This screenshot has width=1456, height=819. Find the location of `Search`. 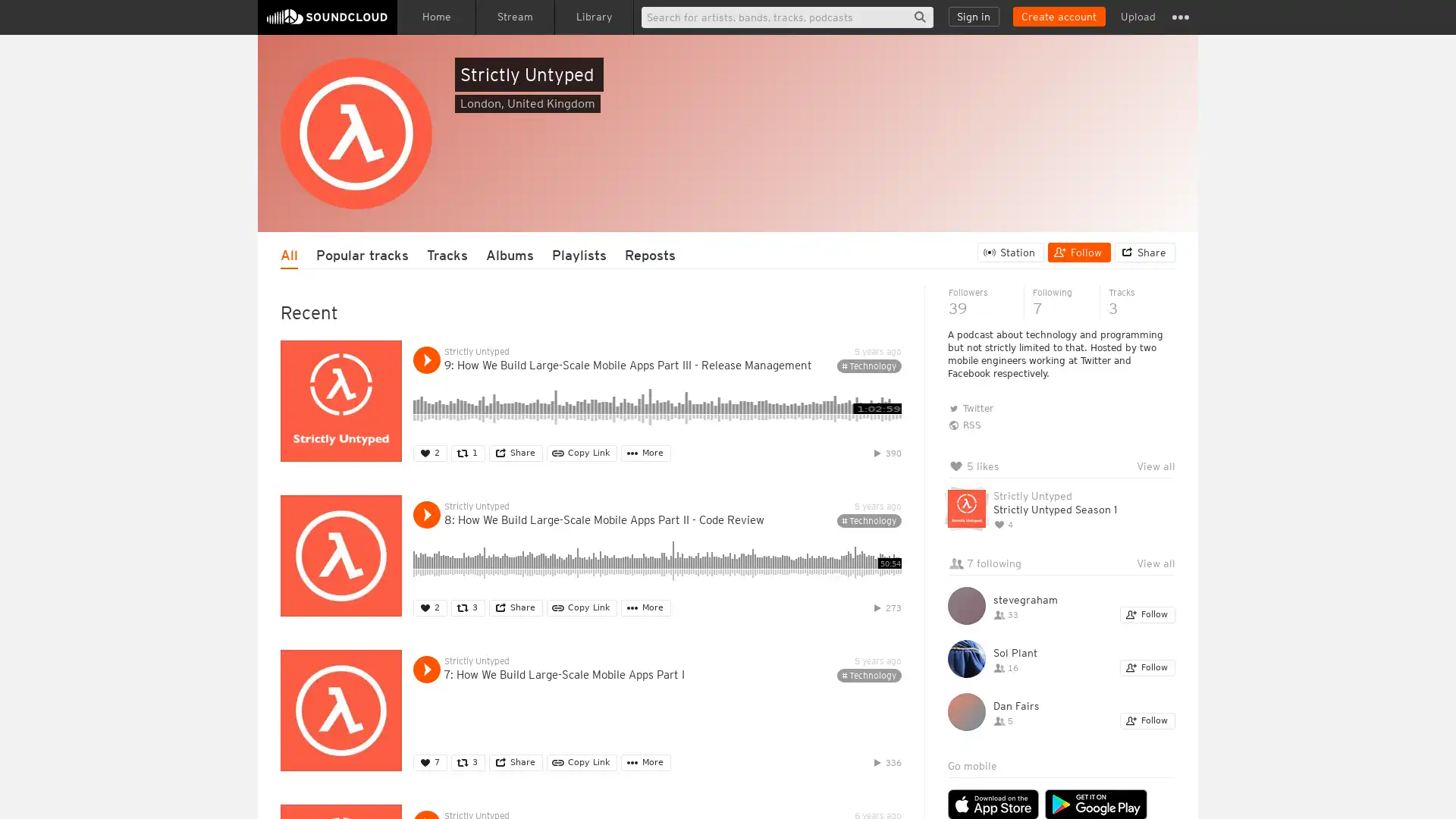

Search is located at coordinates (919, 17).